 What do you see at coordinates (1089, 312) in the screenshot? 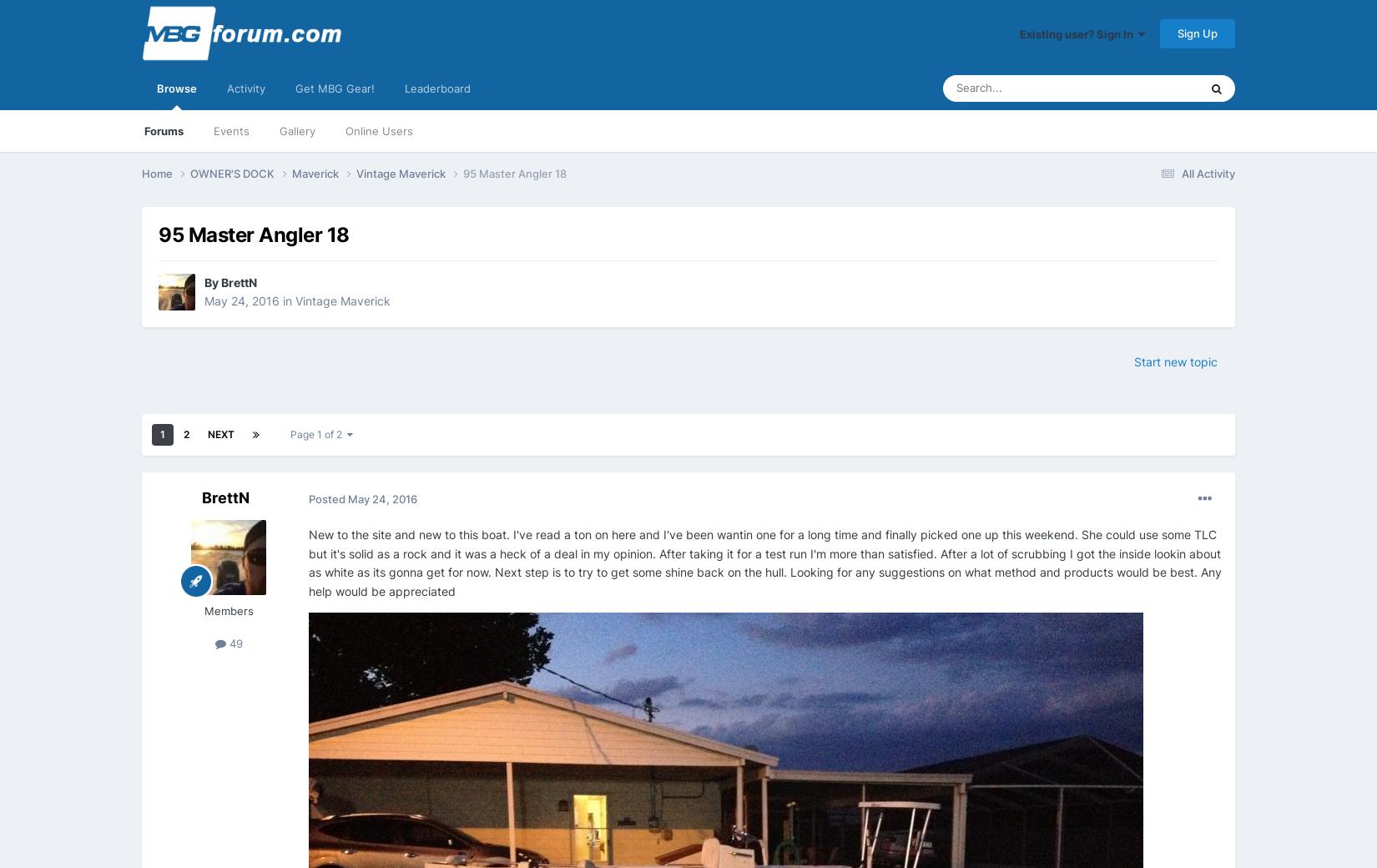
I see `'Albums'` at bounding box center [1089, 312].